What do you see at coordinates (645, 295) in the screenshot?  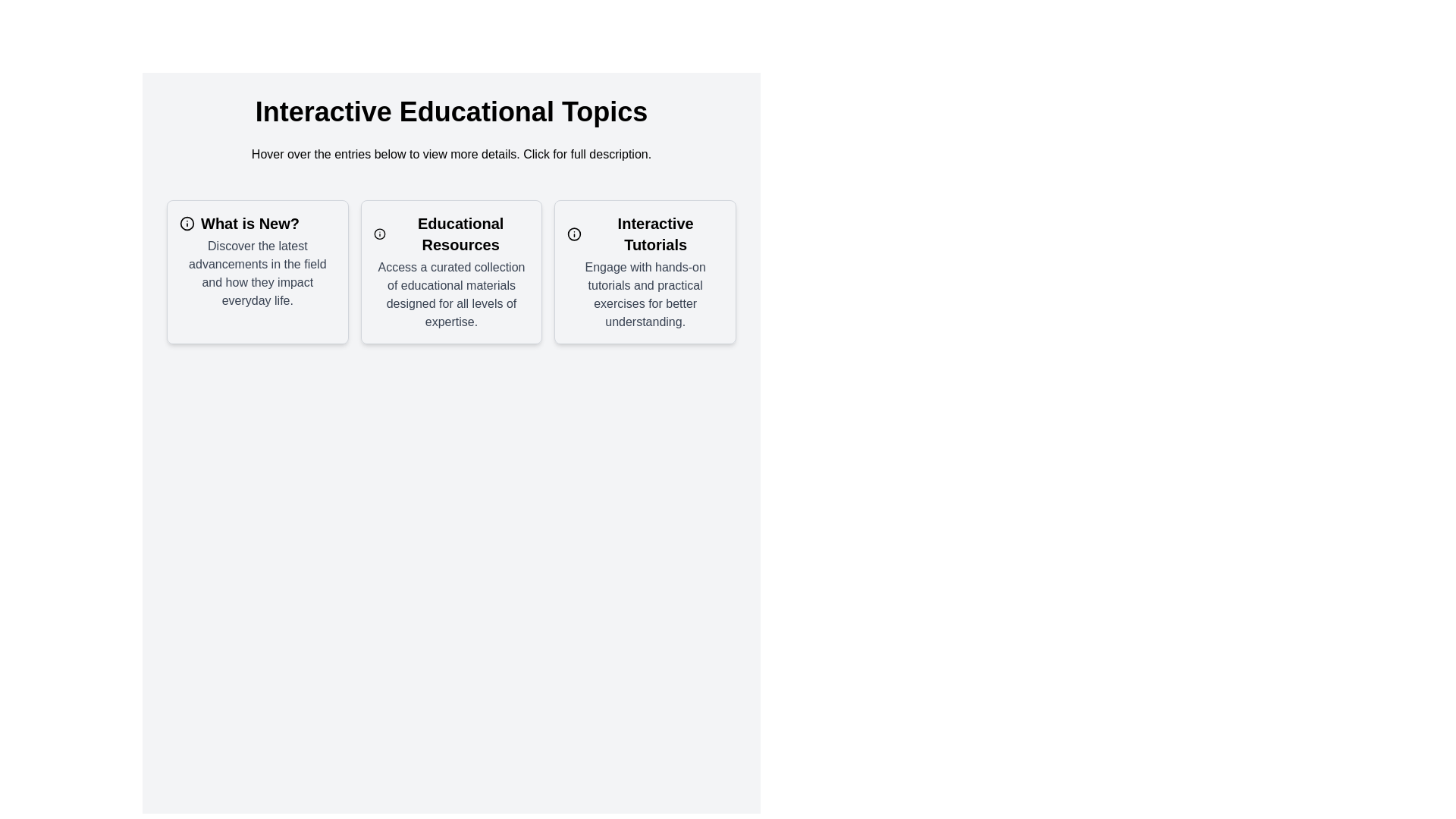 I see `the text label providing contextual information for the 'Interactive Tutorials' section, located within the third card-like component from the left side of the interface` at bounding box center [645, 295].